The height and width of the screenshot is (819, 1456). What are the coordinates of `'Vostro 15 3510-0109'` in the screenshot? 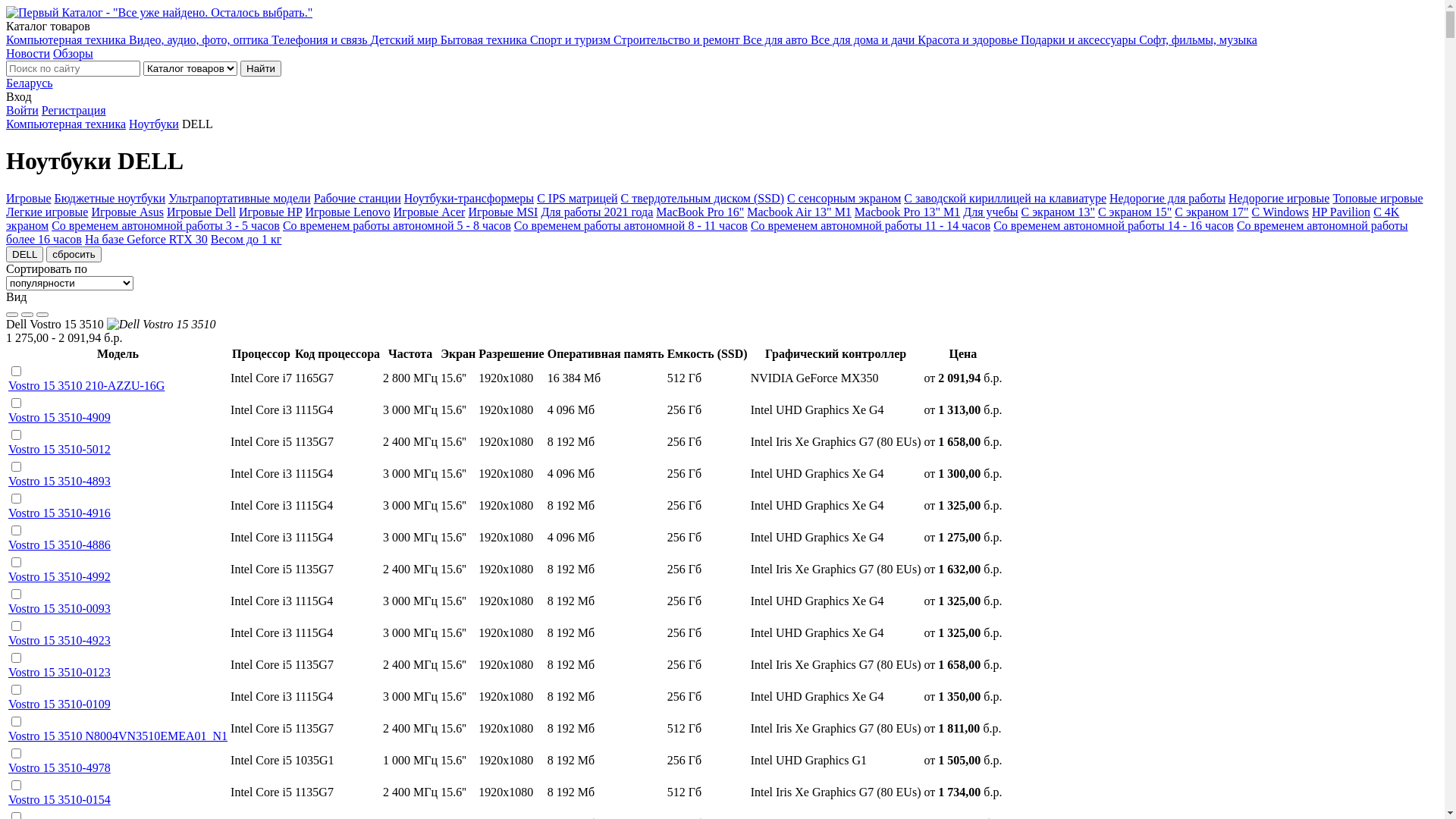 It's located at (59, 704).